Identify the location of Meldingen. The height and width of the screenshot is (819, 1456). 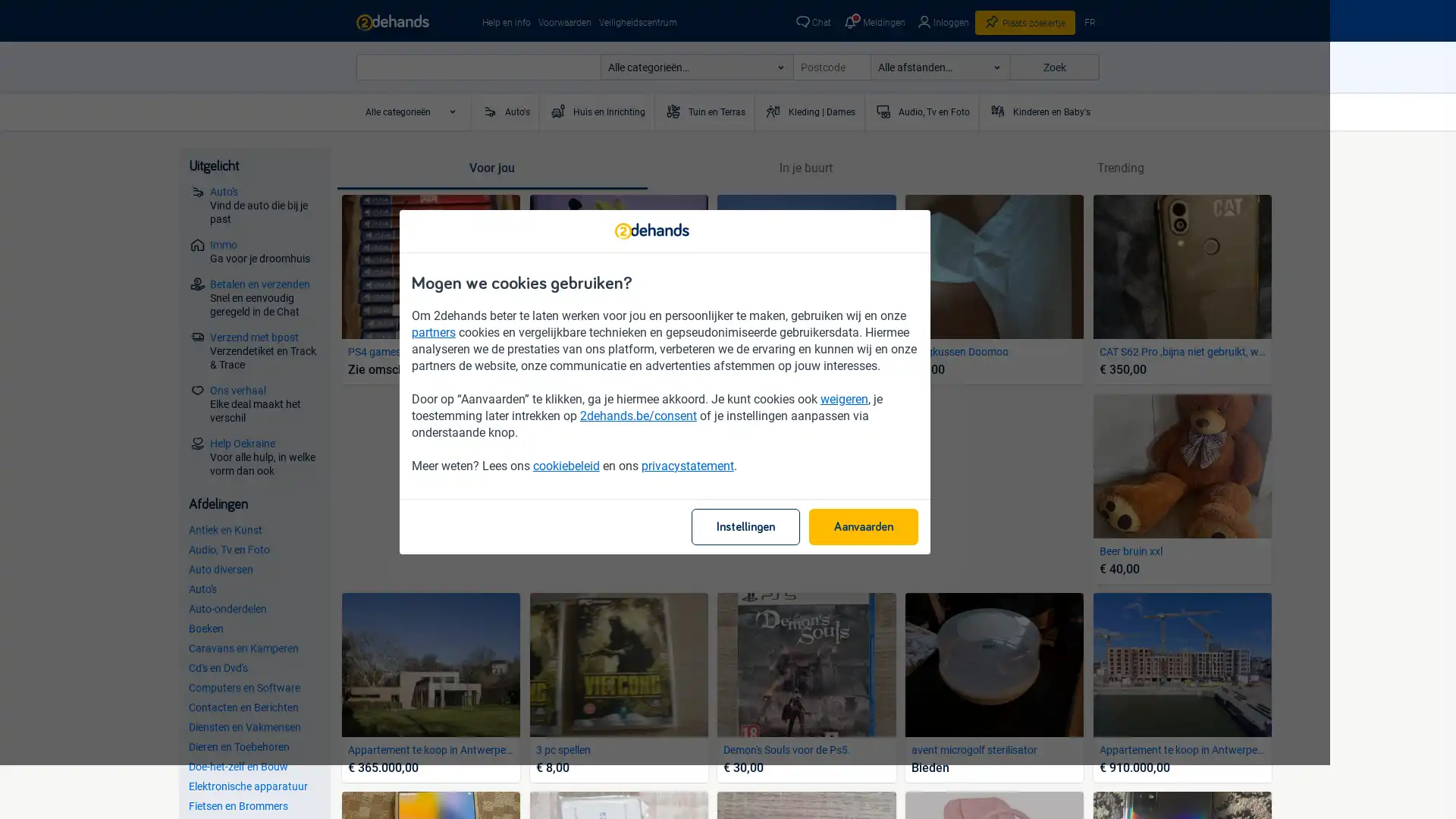
(873, 23).